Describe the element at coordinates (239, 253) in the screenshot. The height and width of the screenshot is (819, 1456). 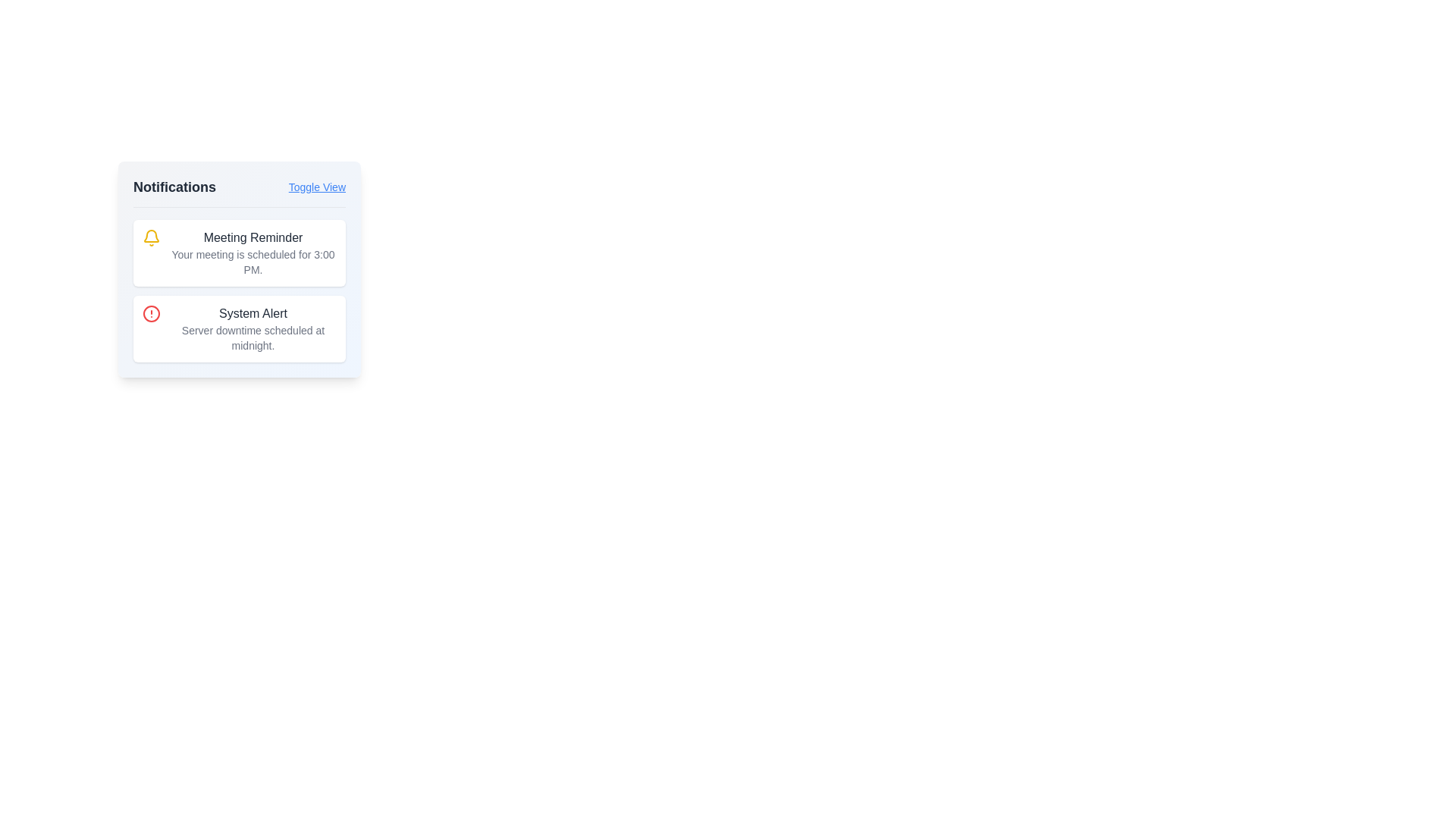
I see `message from the first notification card that reminds the user about a scheduled meeting at 3:00 PM, located in the notifications section above the 'System Alert' card` at that location.